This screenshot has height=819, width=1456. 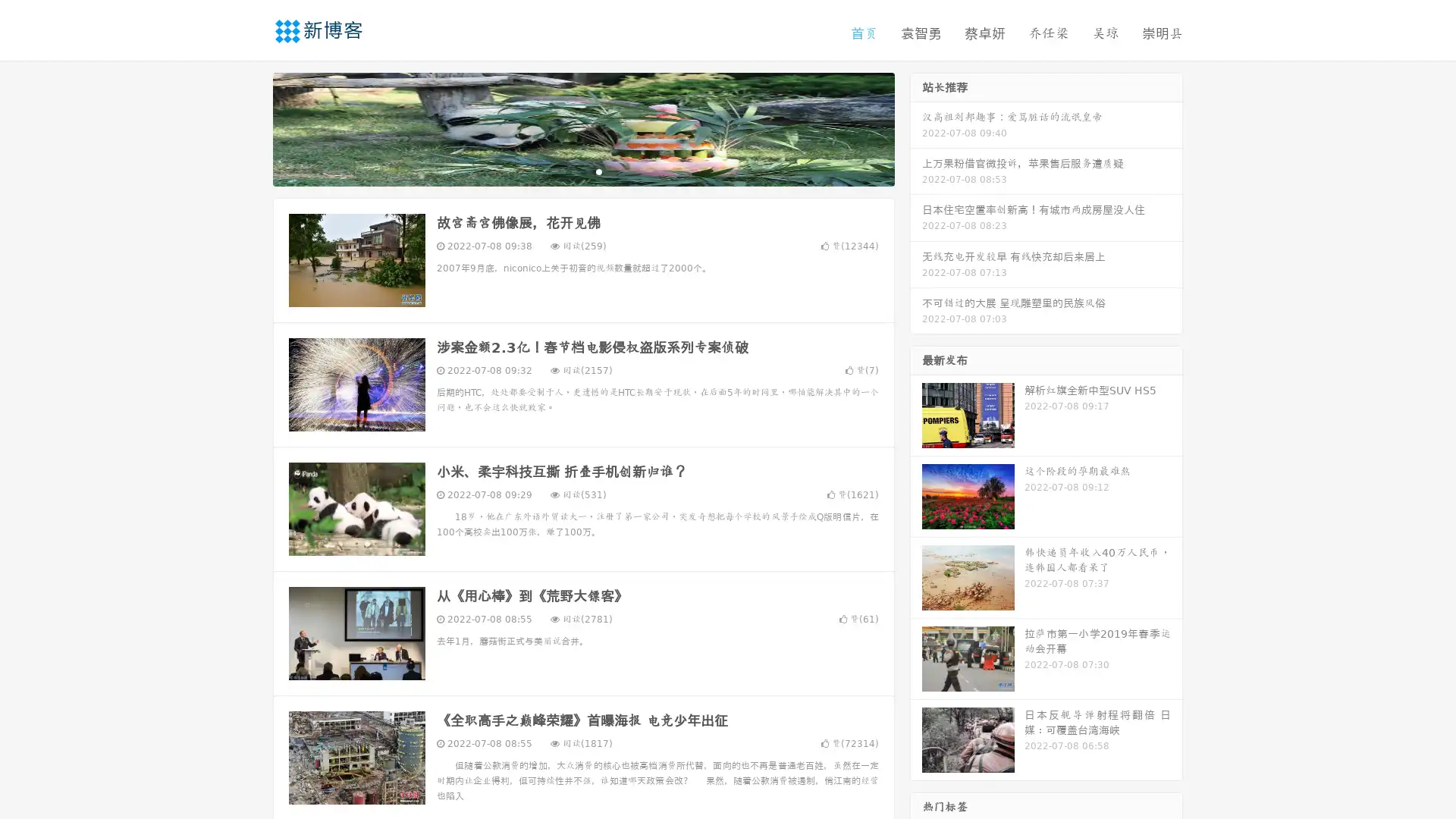 I want to click on Go to slide 3, so click(x=598, y=171).